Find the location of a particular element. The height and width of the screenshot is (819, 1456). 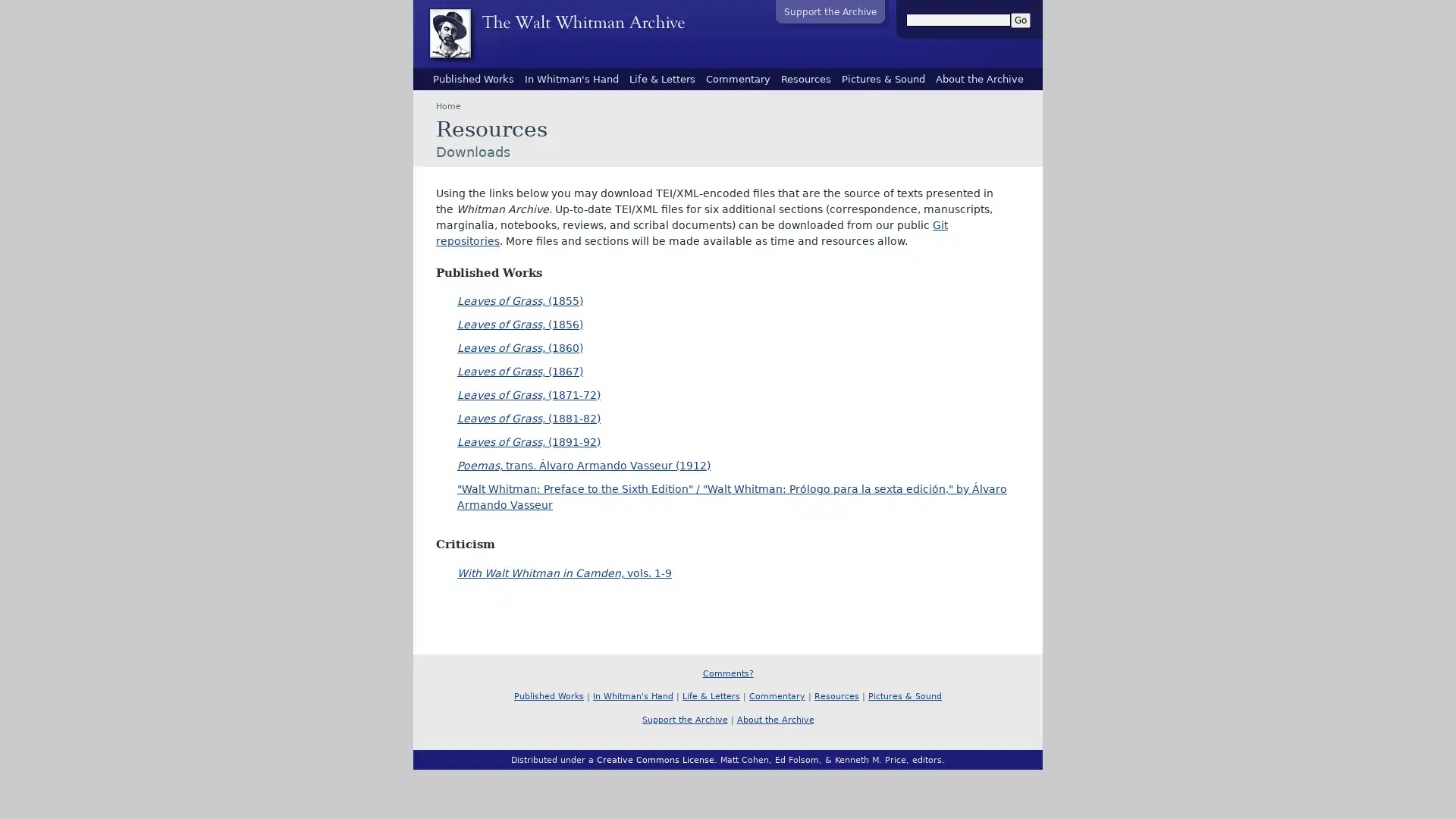

Go is located at coordinates (1020, 20).